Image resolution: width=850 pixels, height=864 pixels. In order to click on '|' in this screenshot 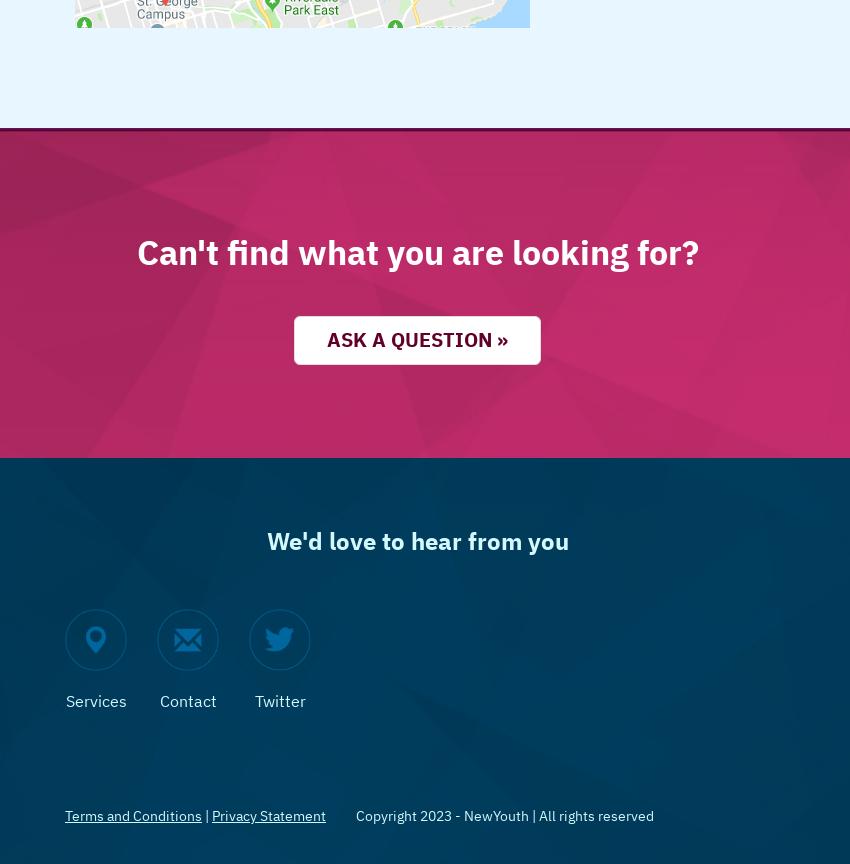, I will do `click(205, 814)`.